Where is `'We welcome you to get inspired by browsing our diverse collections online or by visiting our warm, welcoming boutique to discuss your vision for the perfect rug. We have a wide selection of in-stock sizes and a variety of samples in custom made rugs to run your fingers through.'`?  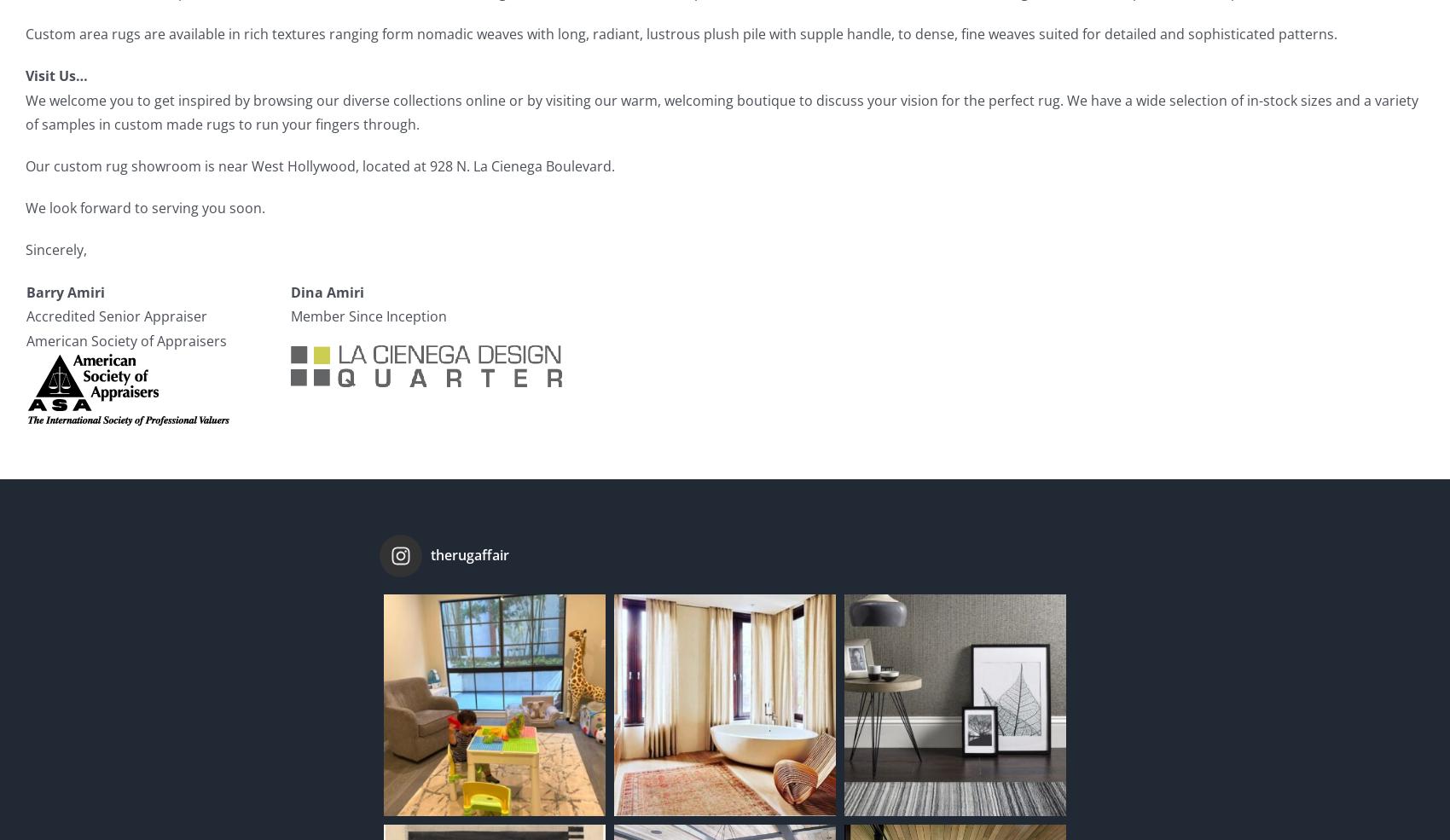 'We welcome you to get inspired by browsing our diverse collections online or by visiting our warm, welcoming boutique to discuss your vision for the perfect rug. We have a wide selection of in-stock sizes and a variety of samples in custom made rugs to run your fingers through.' is located at coordinates (721, 112).